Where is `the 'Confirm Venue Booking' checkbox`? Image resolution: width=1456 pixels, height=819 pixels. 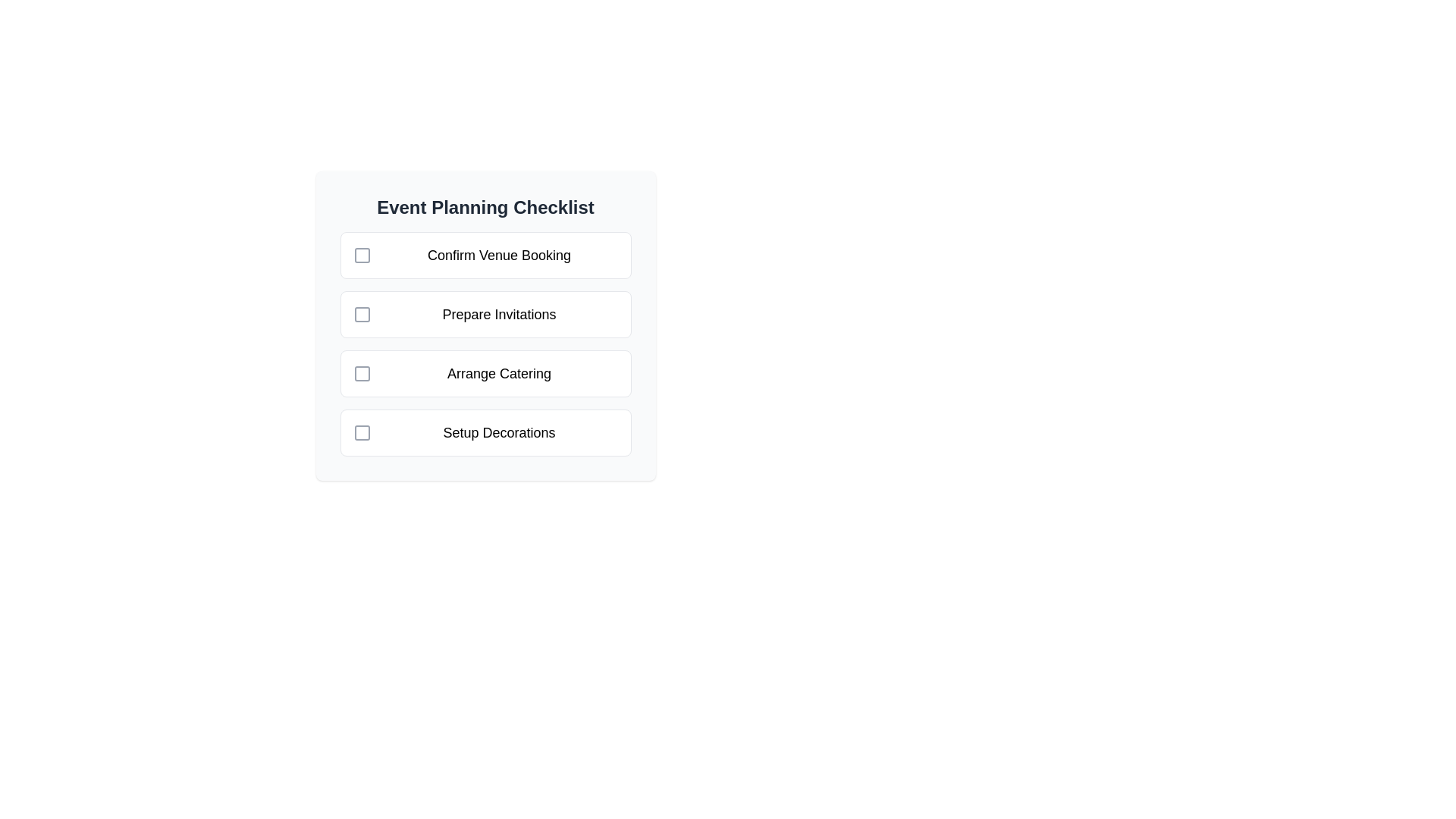
the 'Confirm Venue Booking' checkbox is located at coordinates (485, 254).